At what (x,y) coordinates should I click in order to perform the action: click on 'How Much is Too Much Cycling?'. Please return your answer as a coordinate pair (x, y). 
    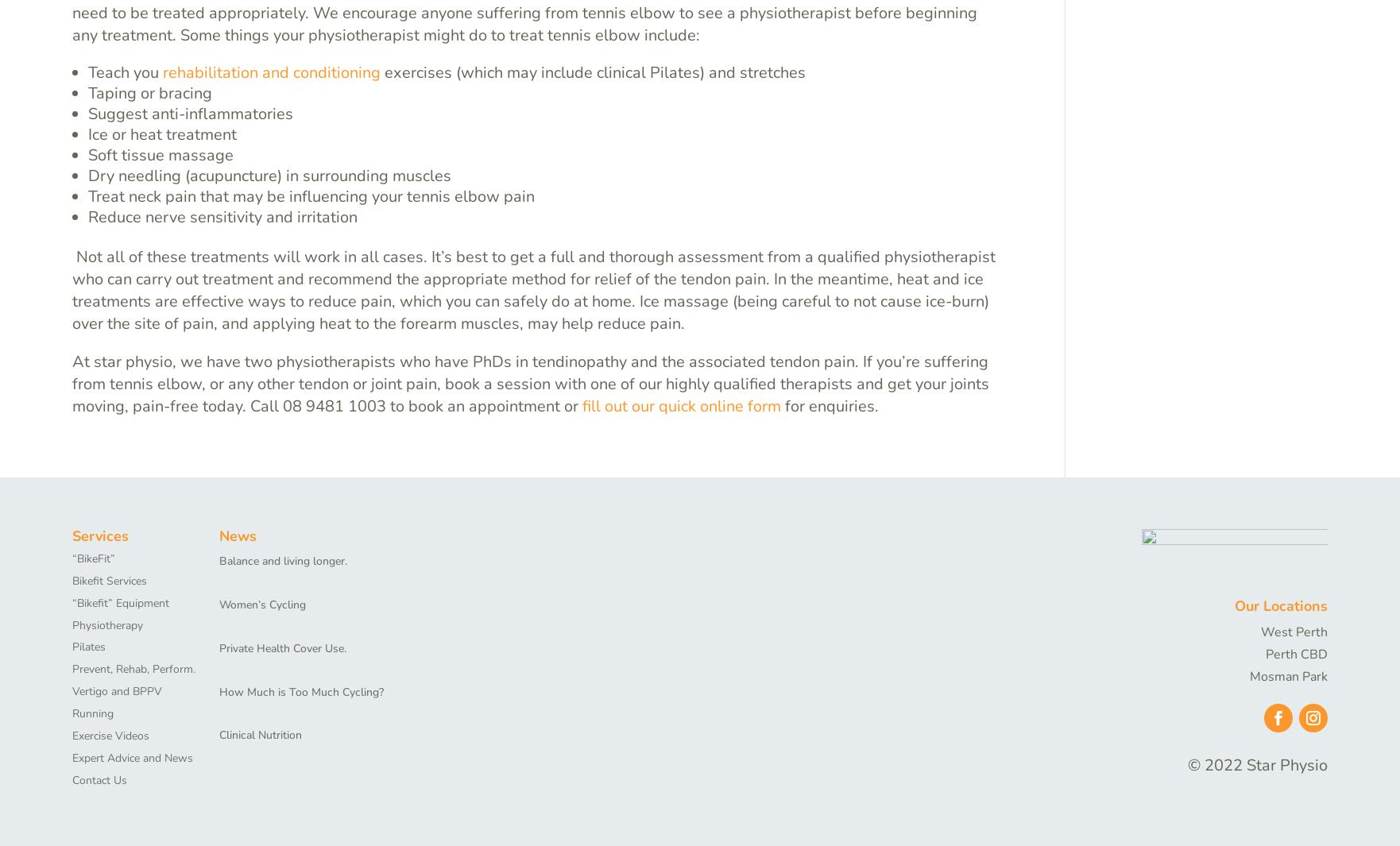
    Looking at the image, I should click on (301, 691).